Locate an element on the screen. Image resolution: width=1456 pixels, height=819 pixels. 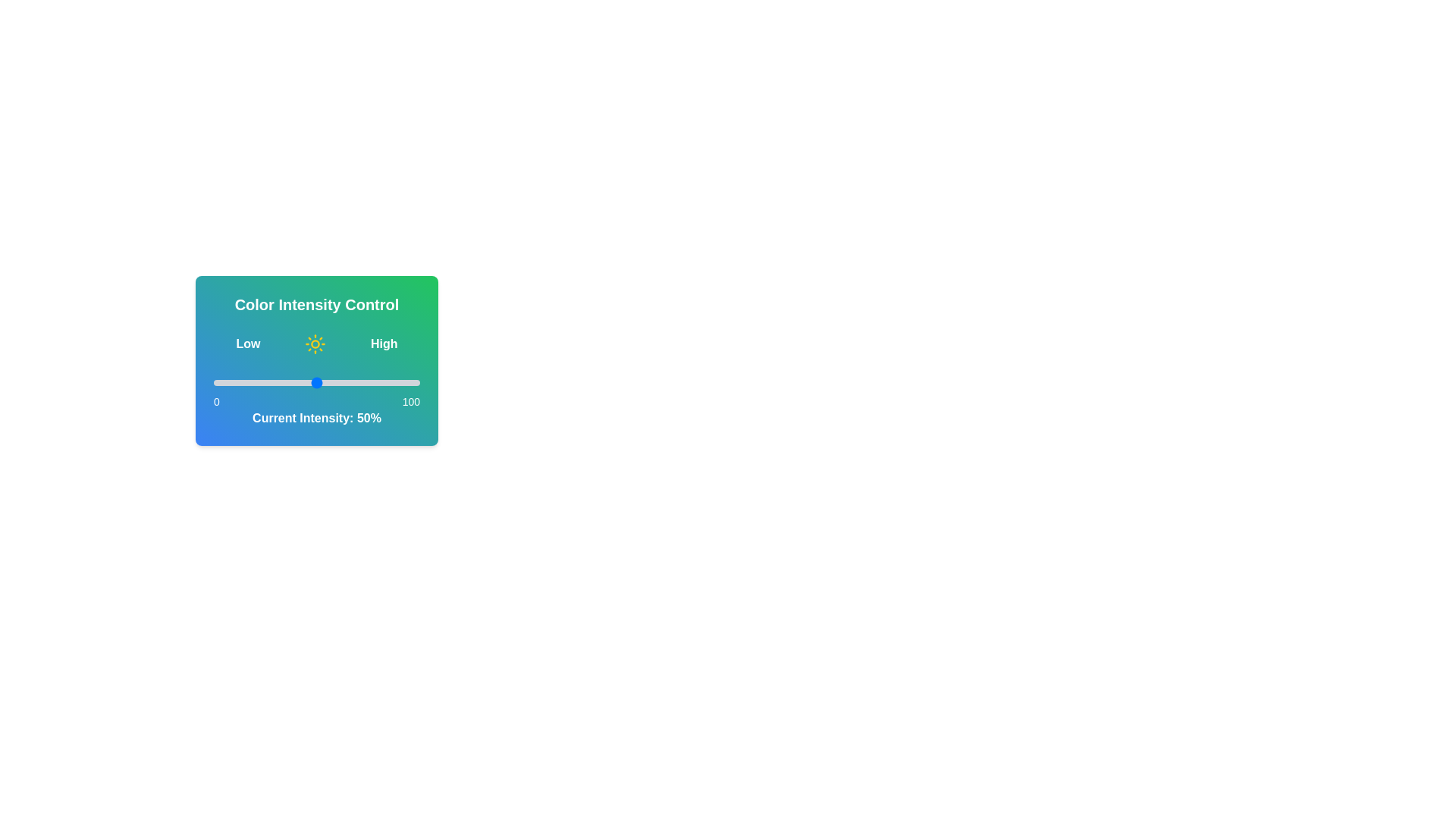
the static text labels displaying '0' on the left and '100' on the right, which are located below the slider component in the middle section of the interface is located at coordinates (315, 400).